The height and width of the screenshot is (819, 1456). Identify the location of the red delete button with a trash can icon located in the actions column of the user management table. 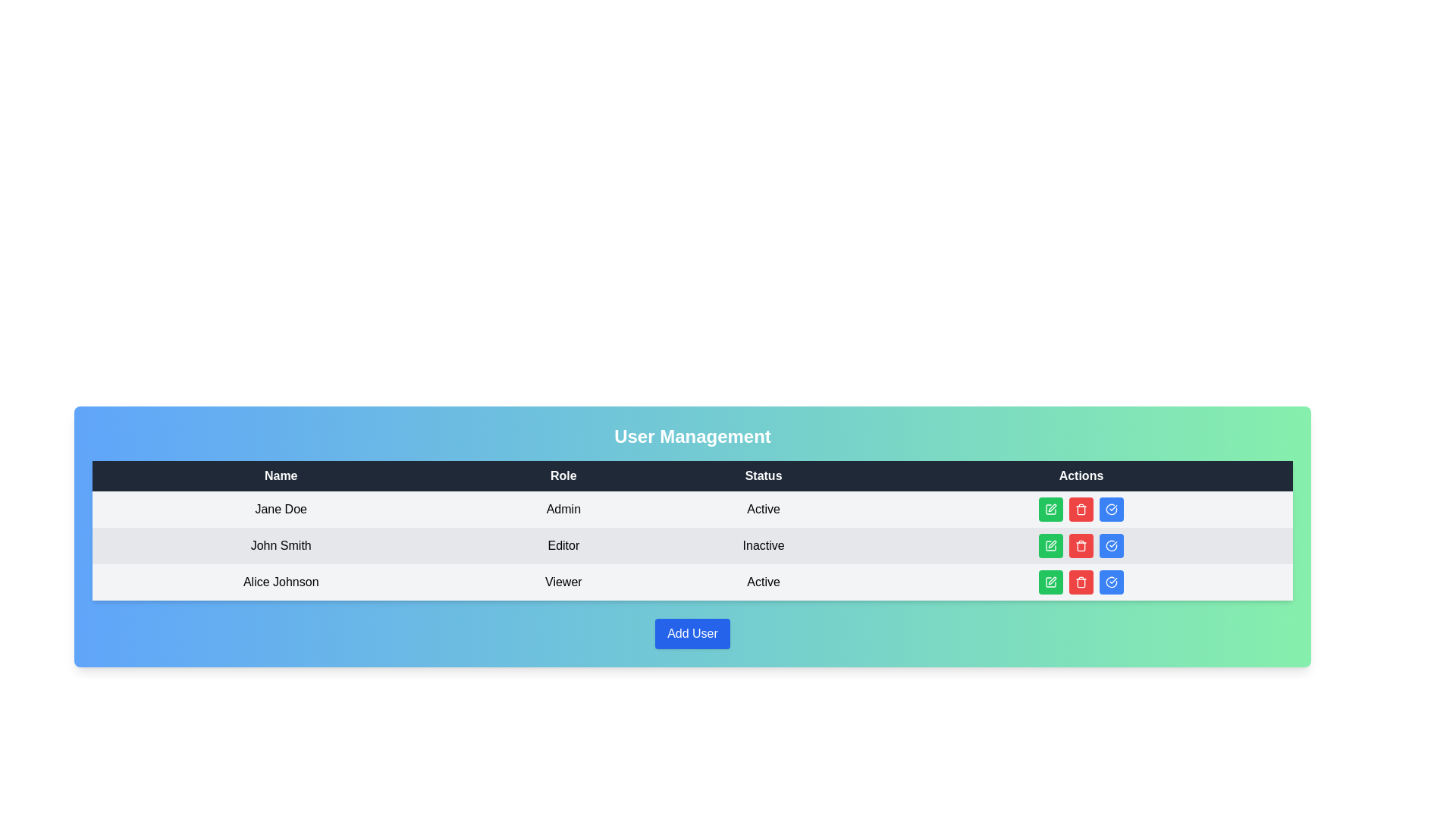
(1080, 509).